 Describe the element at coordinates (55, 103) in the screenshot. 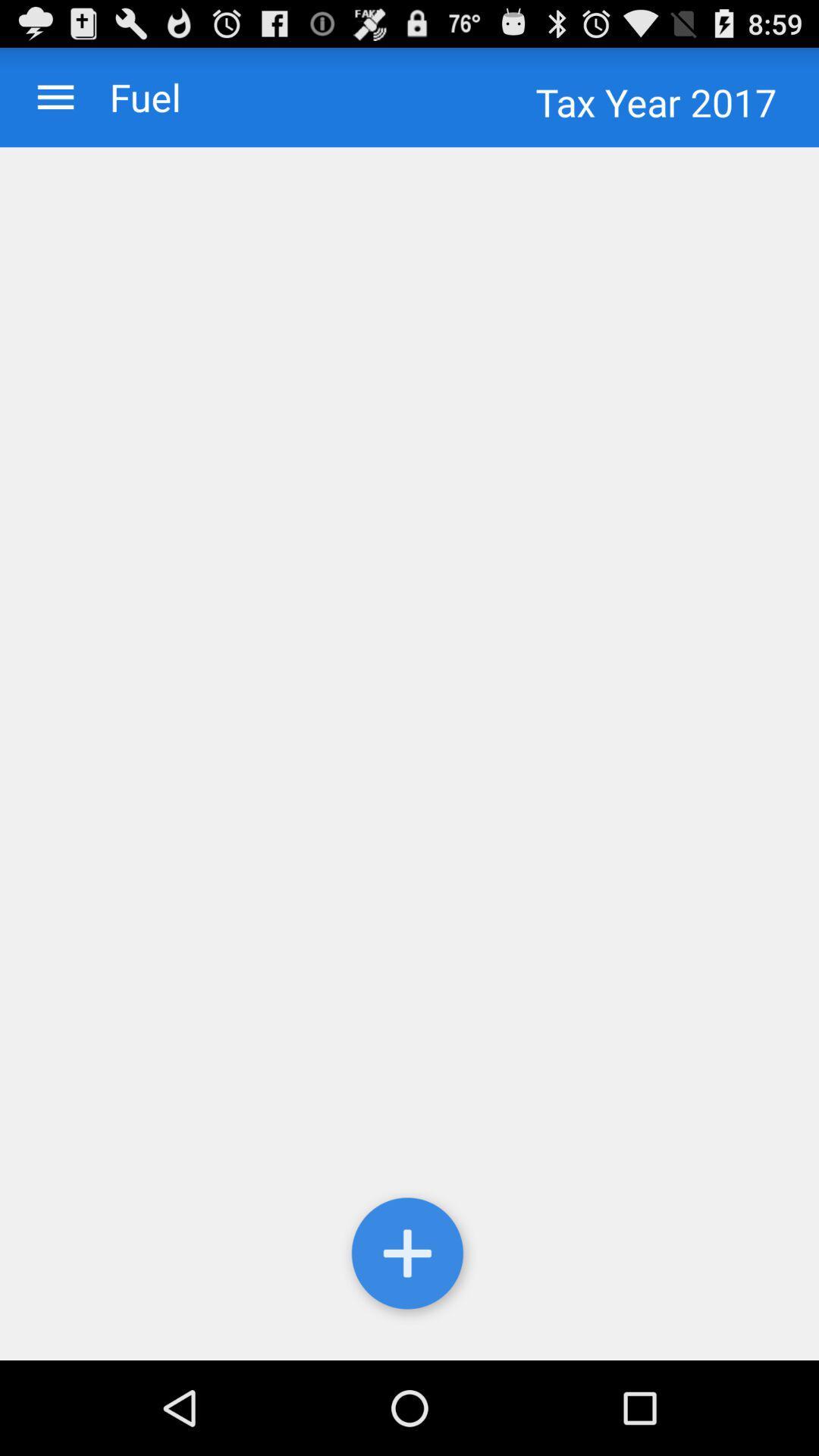

I see `the menu icon` at that location.